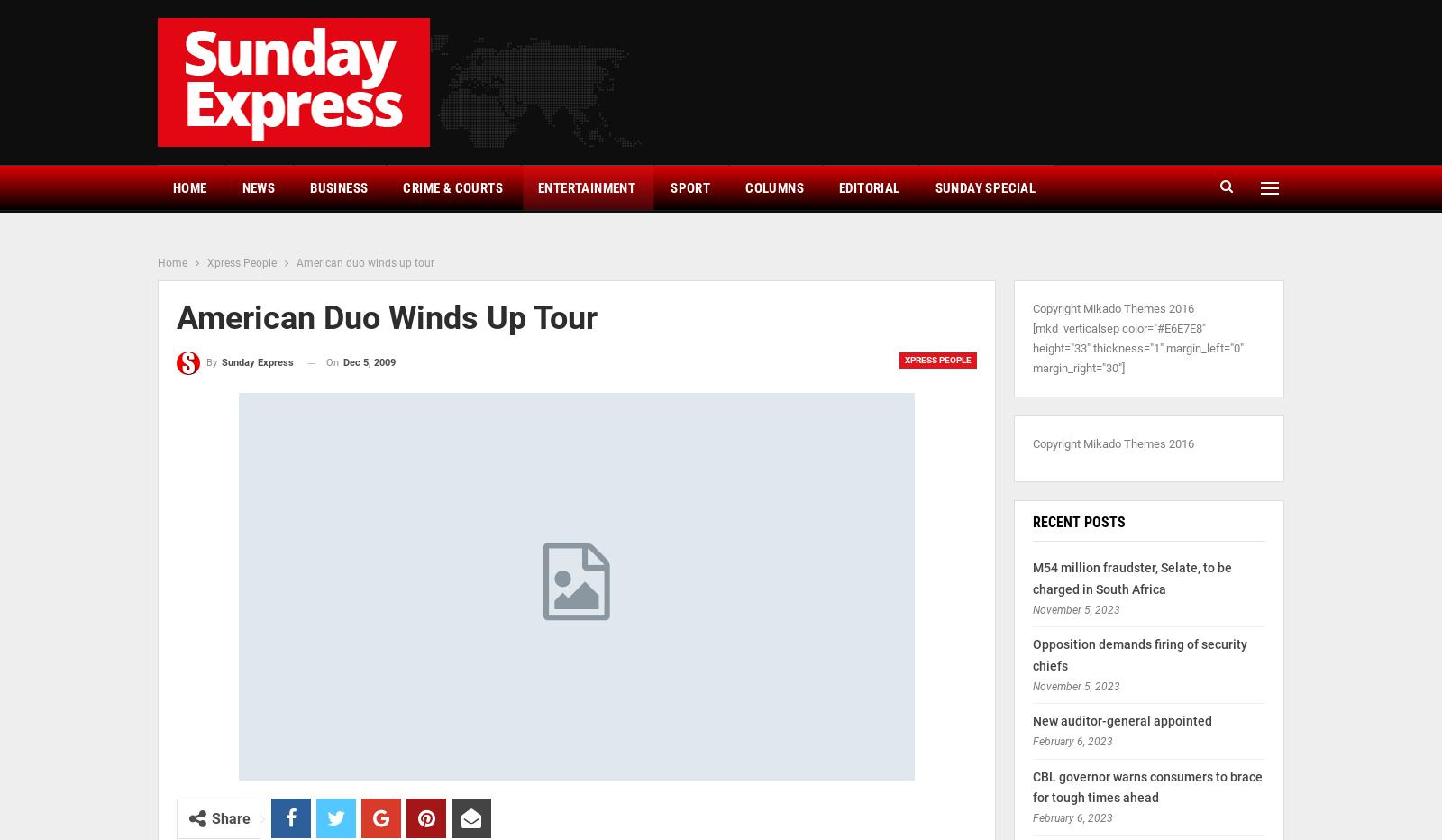 This screenshot has height=840, width=1442. What do you see at coordinates (773, 187) in the screenshot?
I see `'Columns'` at bounding box center [773, 187].